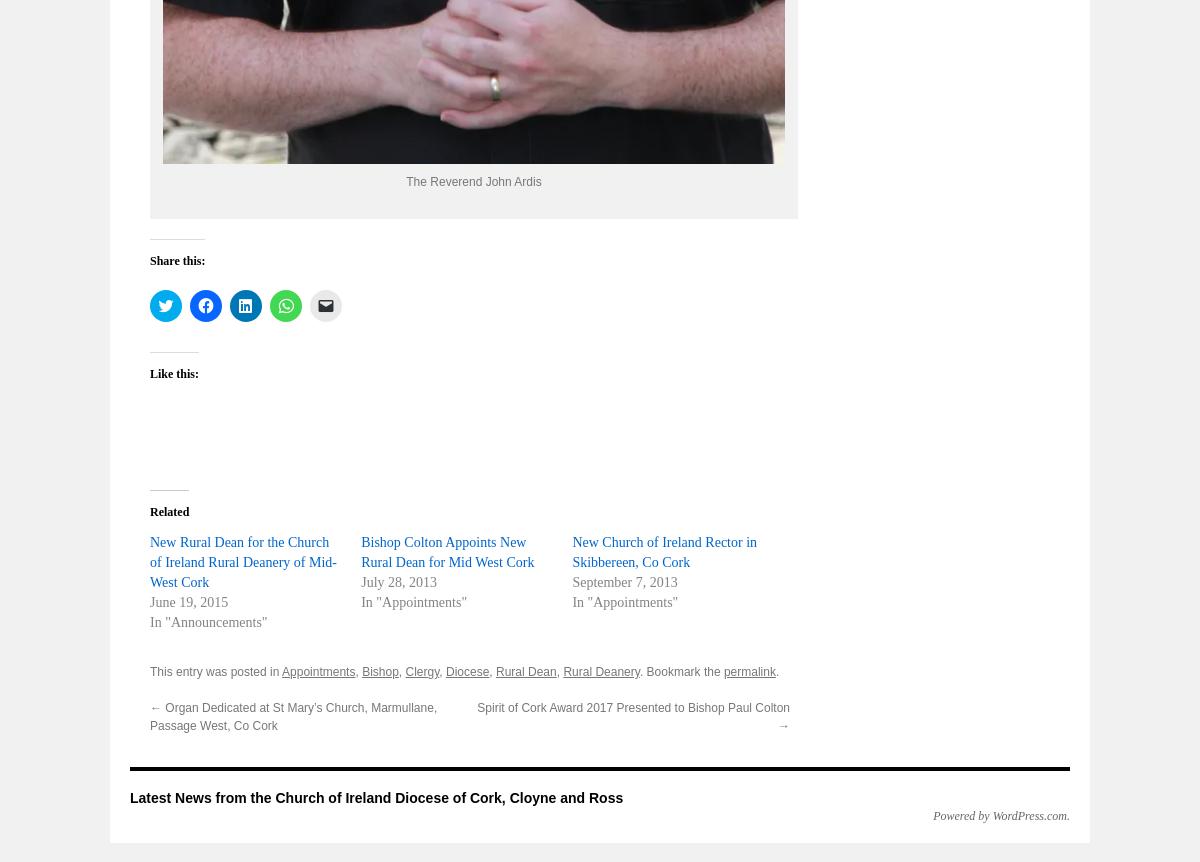 This screenshot has height=862, width=1200. What do you see at coordinates (150, 716) in the screenshot?
I see `'Organ Dedicated at St Mary’s Church, Marmullane, Passage West, Co Cork'` at bounding box center [150, 716].